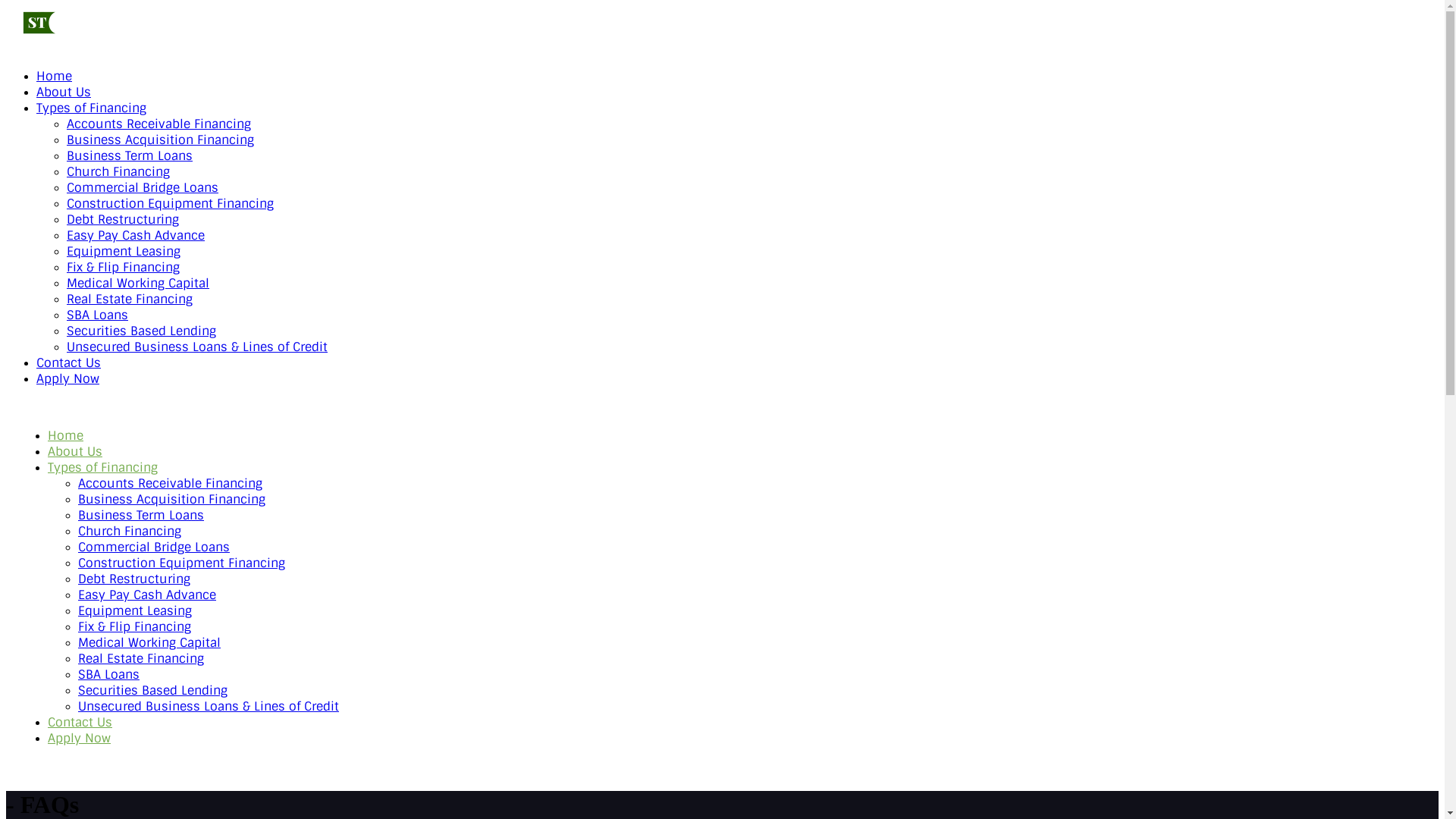 This screenshot has width=1456, height=819. What do you see at coordinates (130, 155) in the screenshot?
I see `'Business Term Loans'` at bounding box center [130, 155].